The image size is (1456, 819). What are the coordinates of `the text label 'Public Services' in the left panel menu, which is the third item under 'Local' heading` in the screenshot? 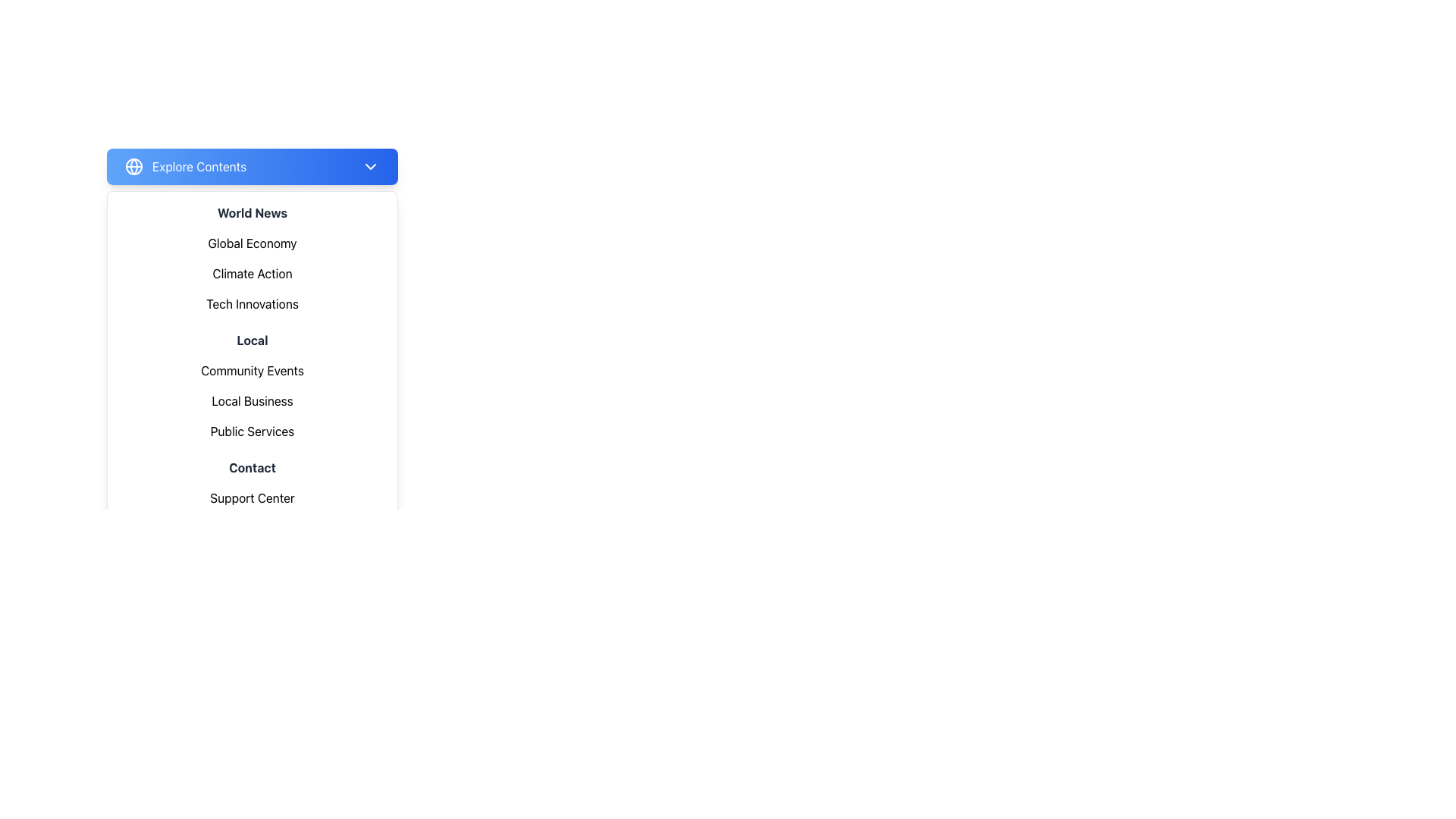 It's located at (252, 431).